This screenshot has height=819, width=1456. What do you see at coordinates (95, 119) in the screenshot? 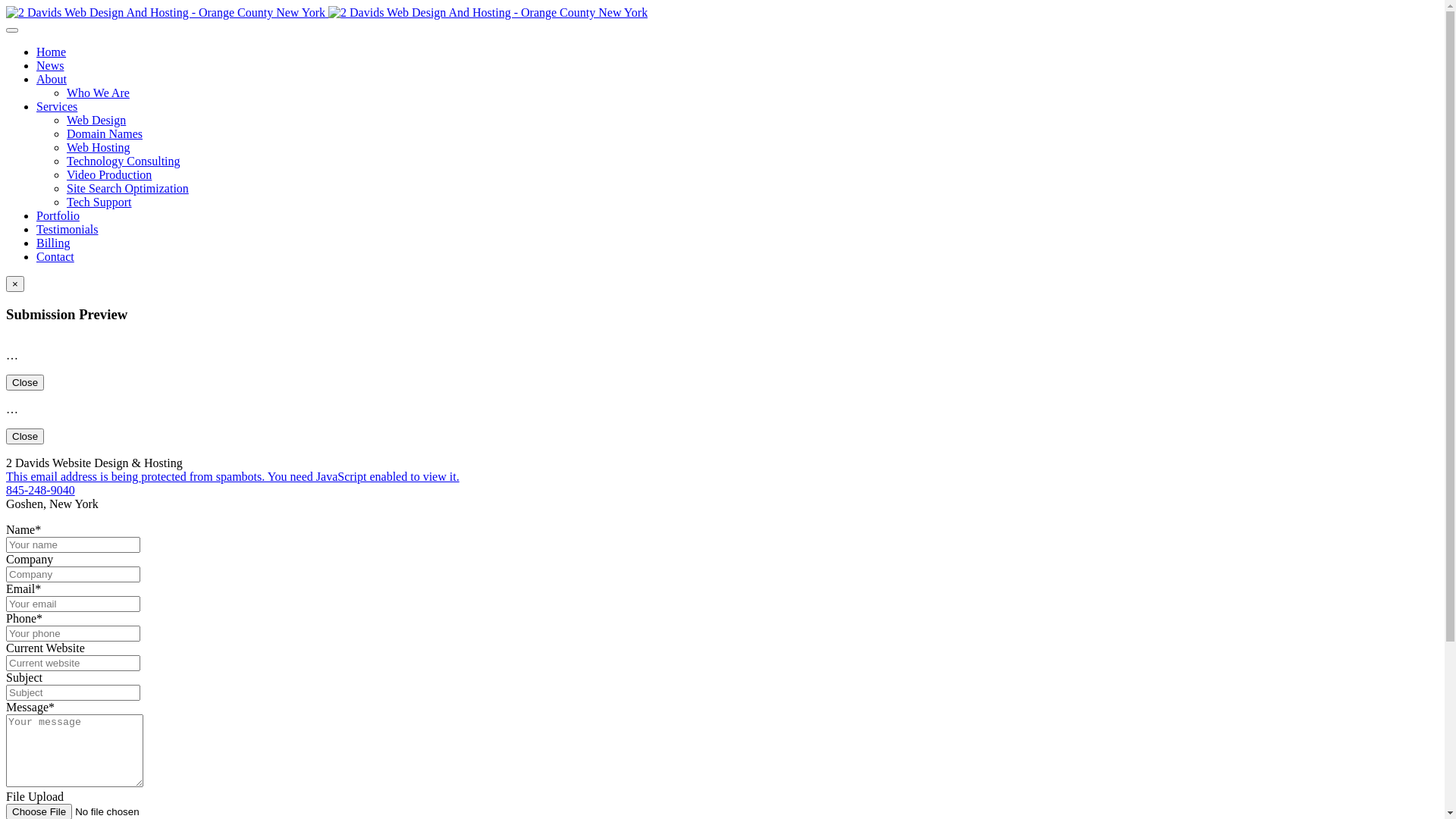
I see `'Web Design'` at bounding box center [95, 119].